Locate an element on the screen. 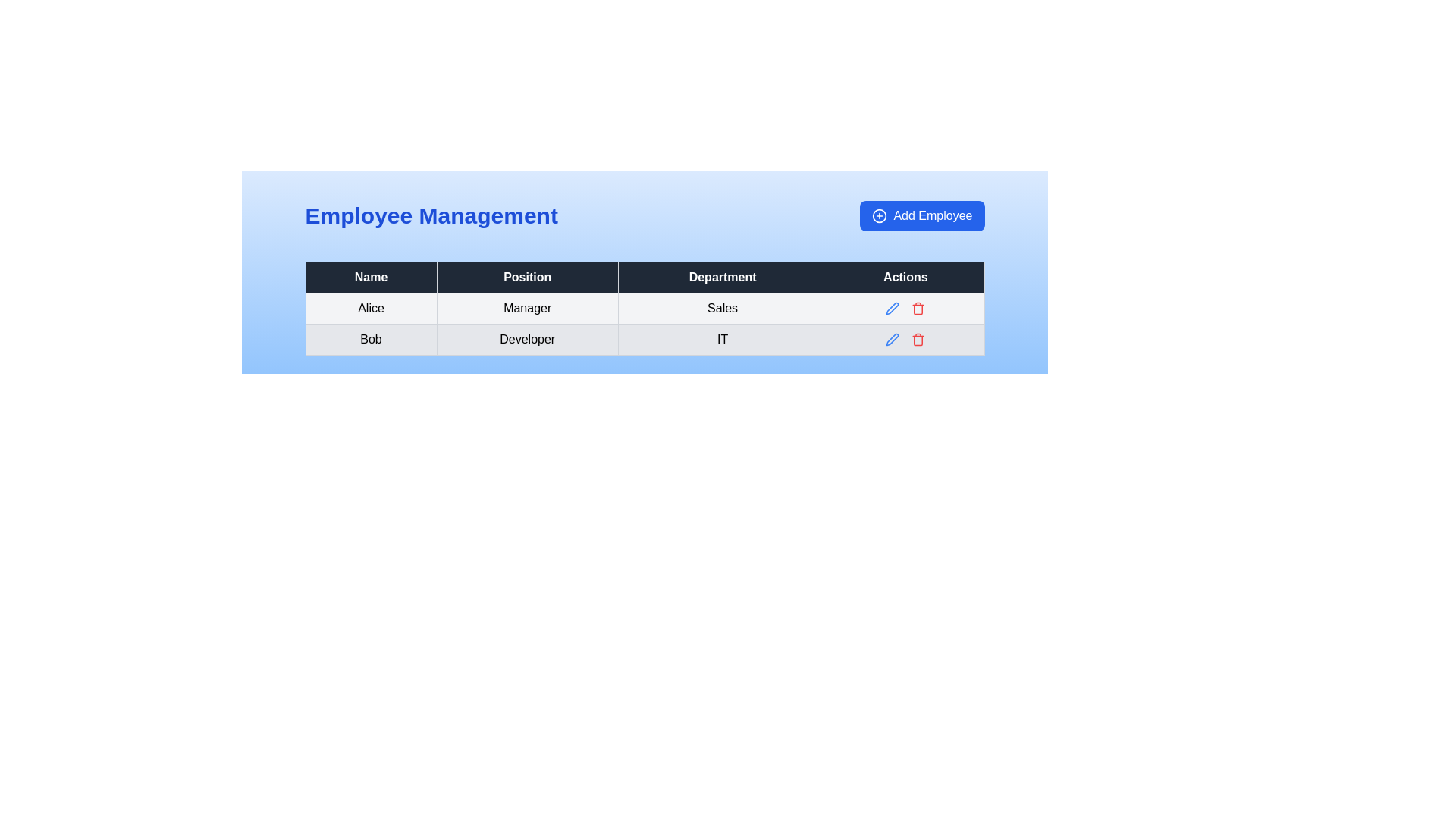 This screenshot has width=1456, height=819. the innermost circle of the 'Add Employee' button located at the top-right corner of the interface, which is surrounded by lines forming a plus sign is located at coordinates (880, 216).